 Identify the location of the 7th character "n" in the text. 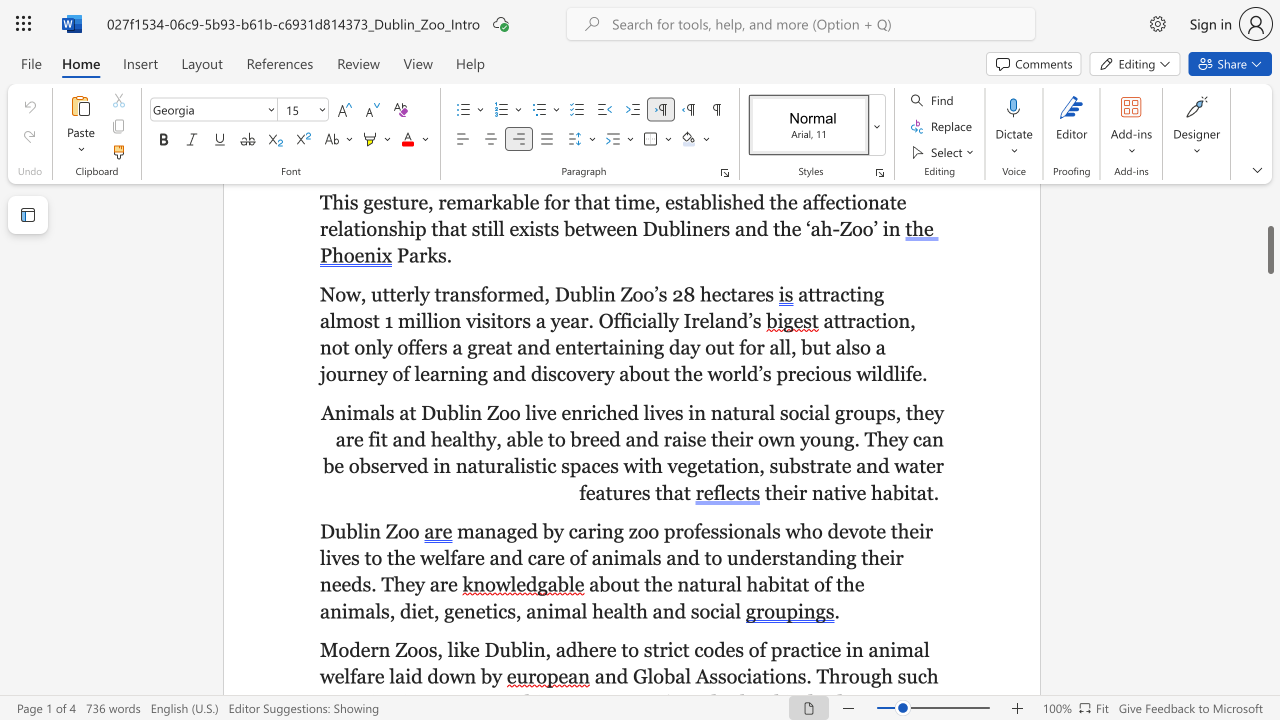
(743, 558).